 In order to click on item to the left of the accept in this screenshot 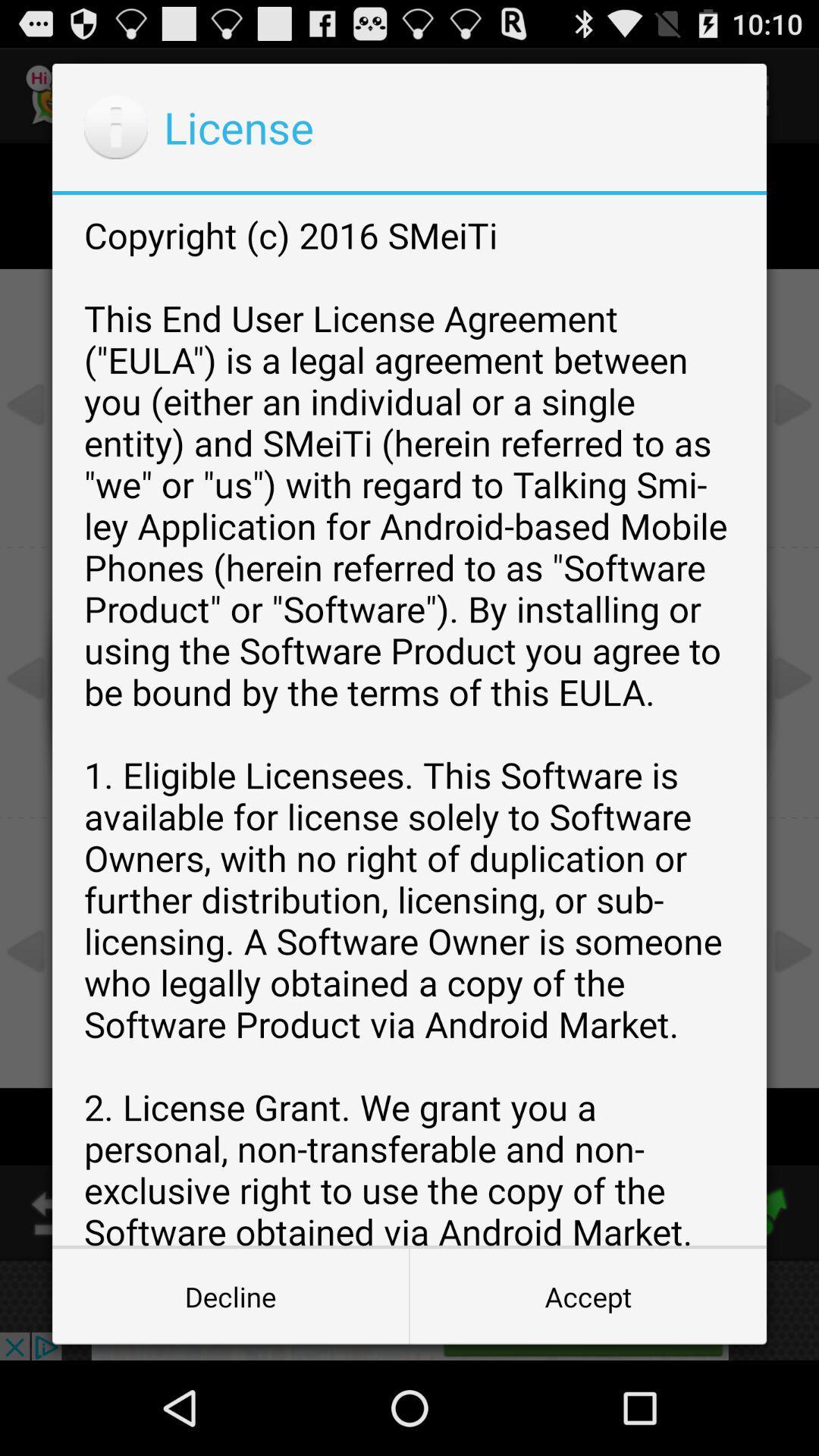, I will do `click(231, 1295)`.